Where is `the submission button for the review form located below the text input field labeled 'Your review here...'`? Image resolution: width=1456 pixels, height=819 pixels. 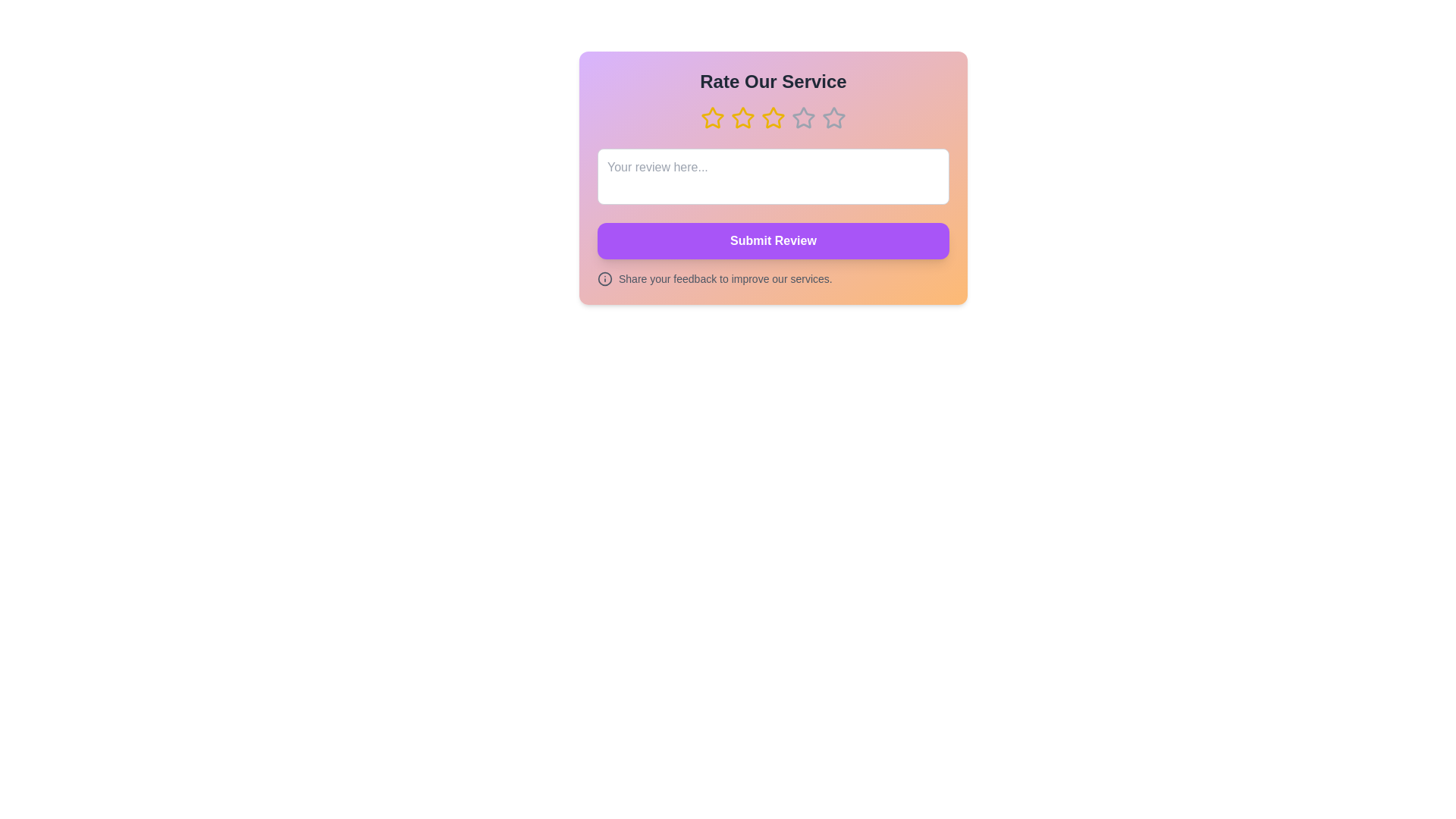 the submission button for the review form located below the text input field labeled 'Your review here...' is located at coordinates (773, 240).